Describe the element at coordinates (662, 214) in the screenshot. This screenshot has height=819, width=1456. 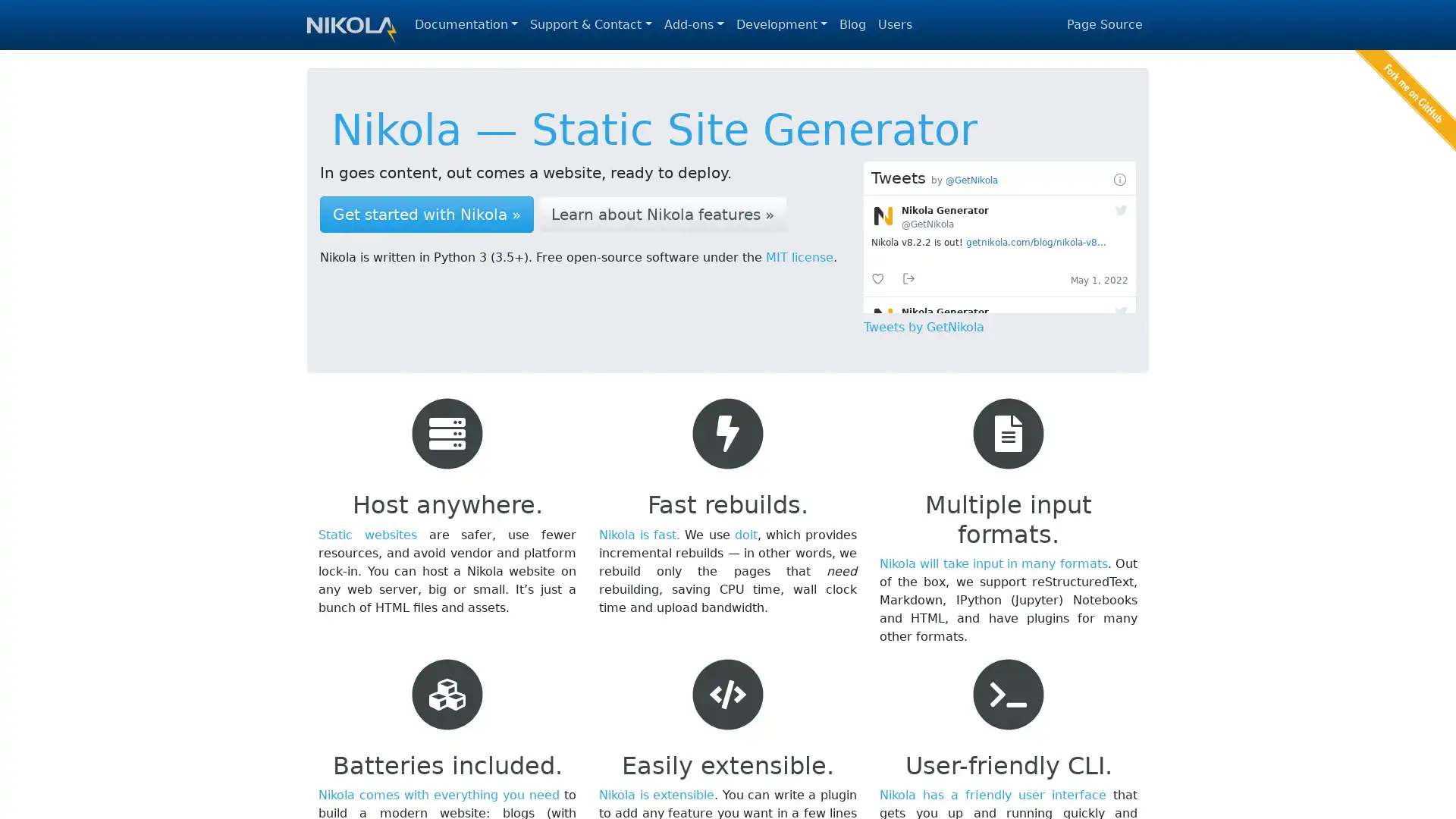
I see `Learn about Nikola features` at that location.